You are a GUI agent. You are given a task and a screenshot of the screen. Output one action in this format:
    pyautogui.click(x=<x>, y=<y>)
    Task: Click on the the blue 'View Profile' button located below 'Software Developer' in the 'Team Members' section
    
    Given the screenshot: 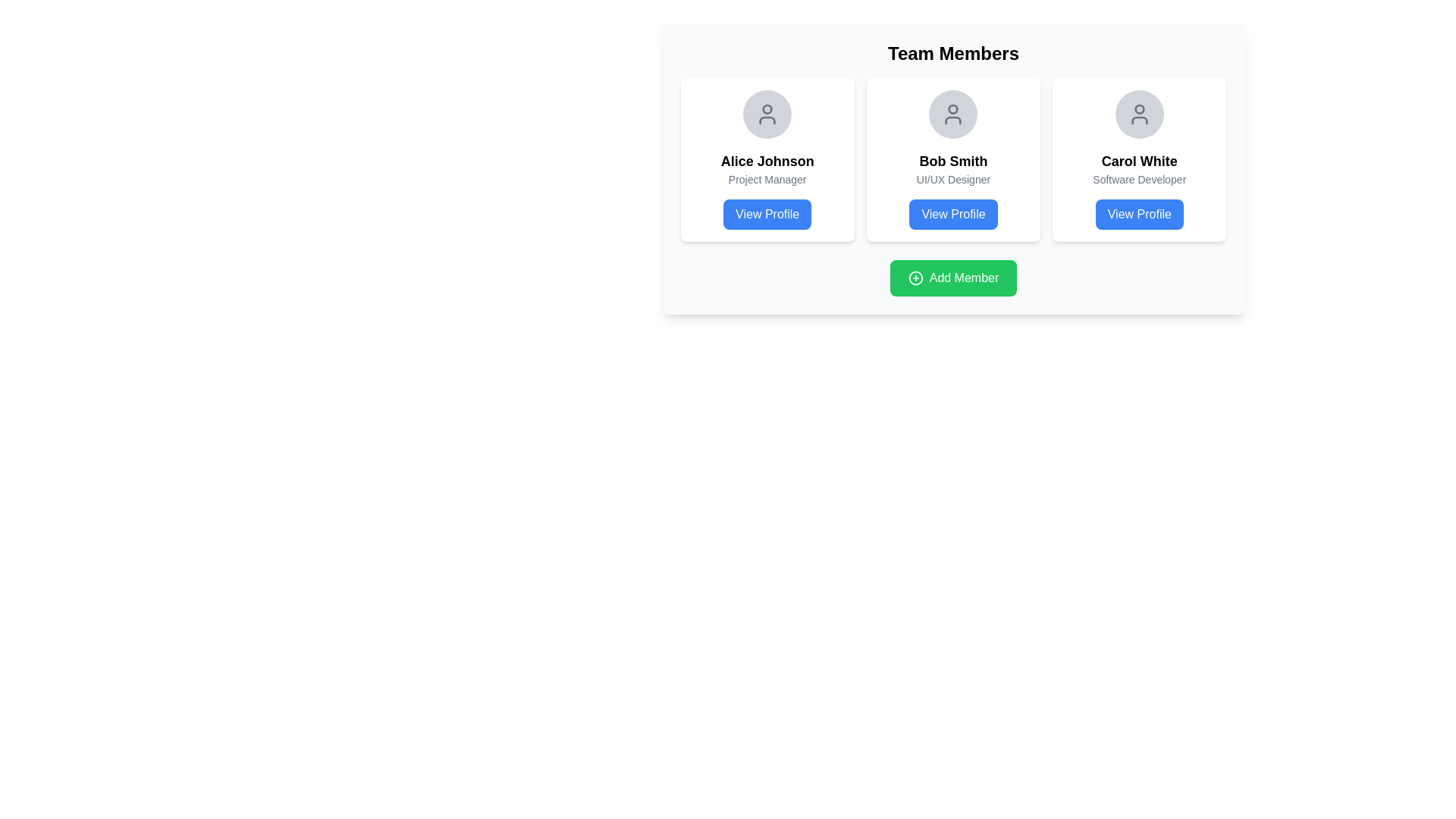 What is the action you would take?
    pyautogui.click(x=1139, y=214)
    